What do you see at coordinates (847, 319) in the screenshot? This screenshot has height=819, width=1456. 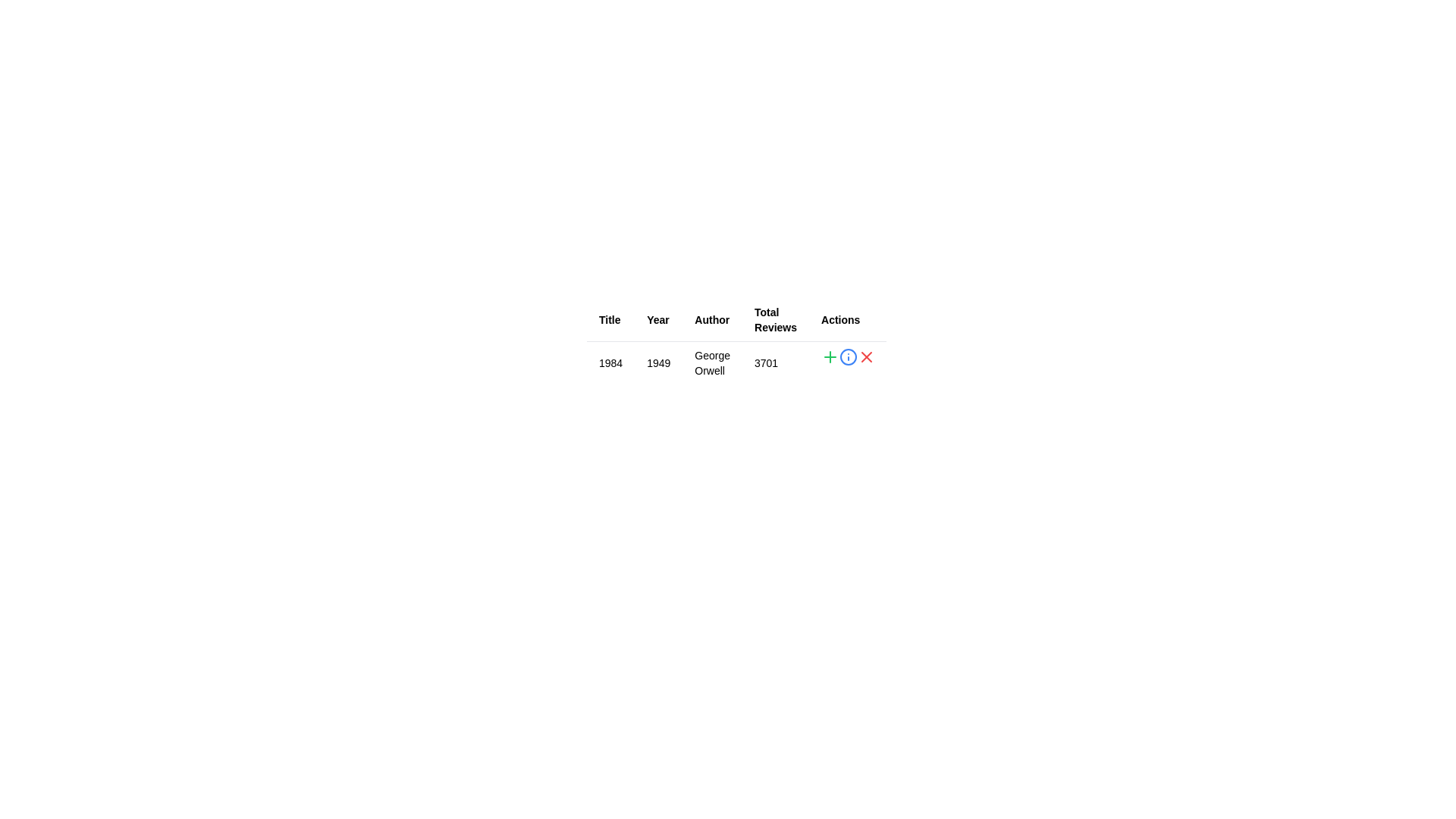 I see `the 'Actions' text label, which is displayed in bold black font and is the rightmost element in the header row of the table` at bounding box center [847, 319].